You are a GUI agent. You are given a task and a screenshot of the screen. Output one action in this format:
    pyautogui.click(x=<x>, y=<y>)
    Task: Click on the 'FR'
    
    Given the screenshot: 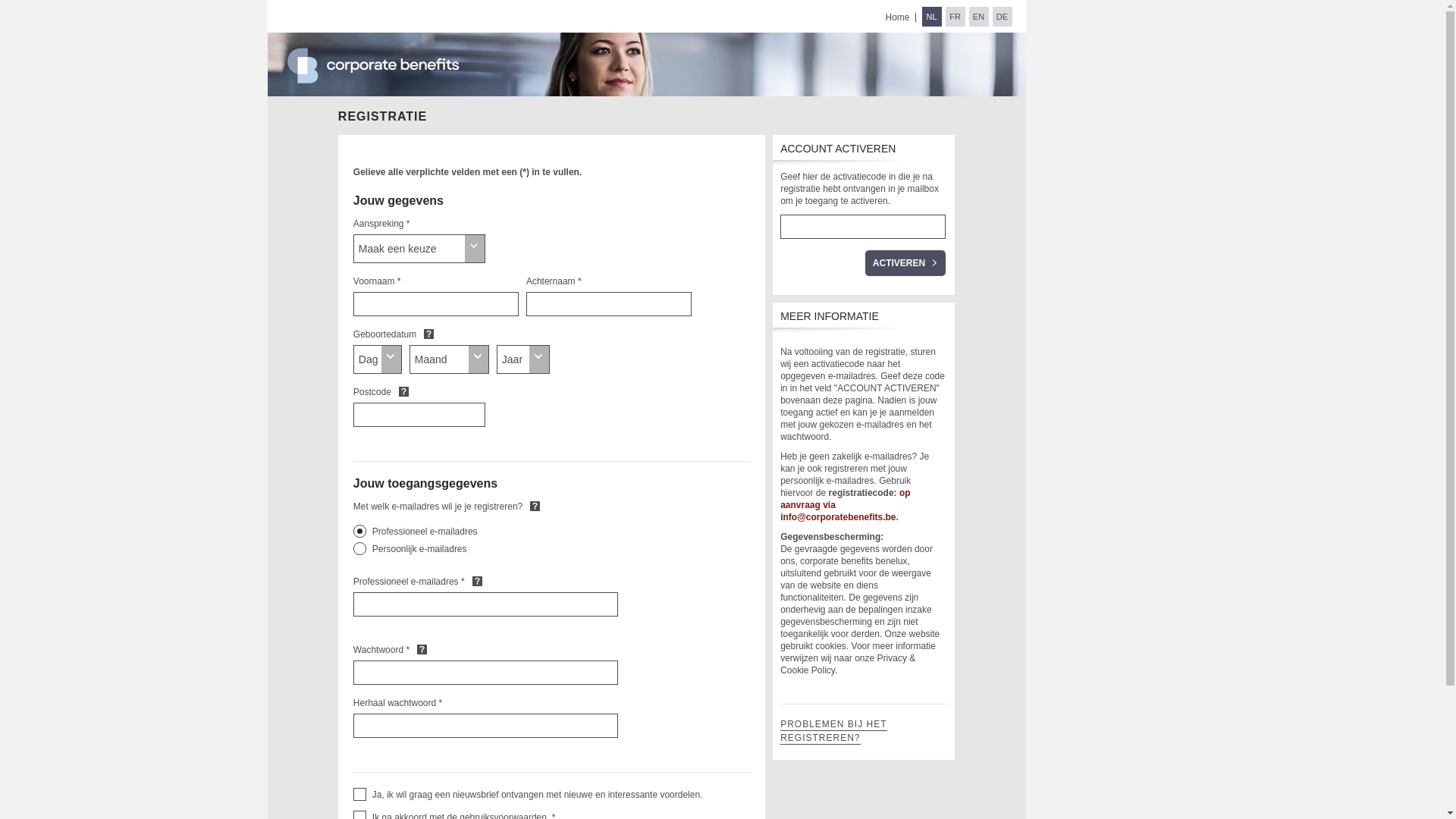 What is the action you would take?
    pyautogui.click(x=944, y=17)
    